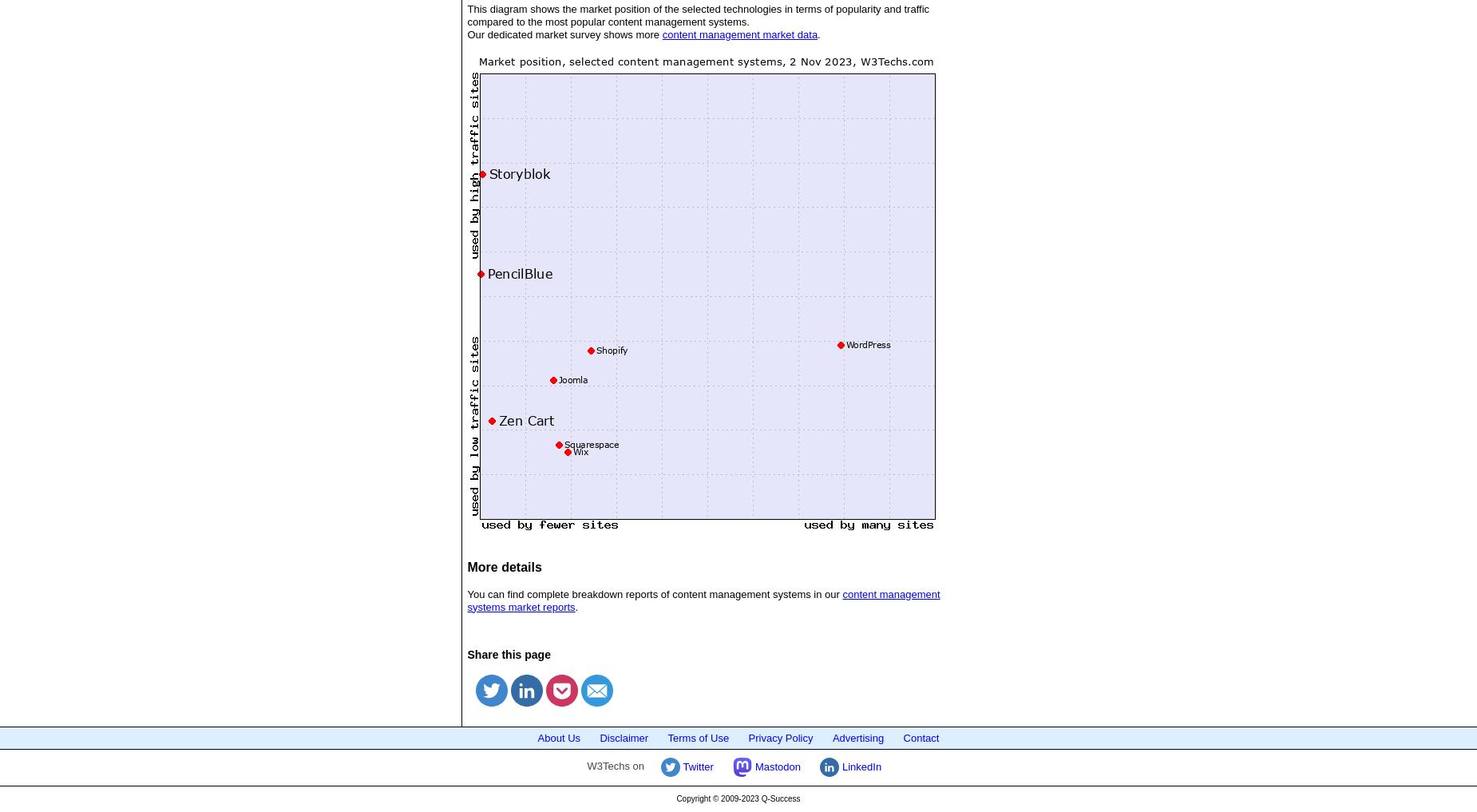  I want to click on 'Disclaimer', so click(624, 736).